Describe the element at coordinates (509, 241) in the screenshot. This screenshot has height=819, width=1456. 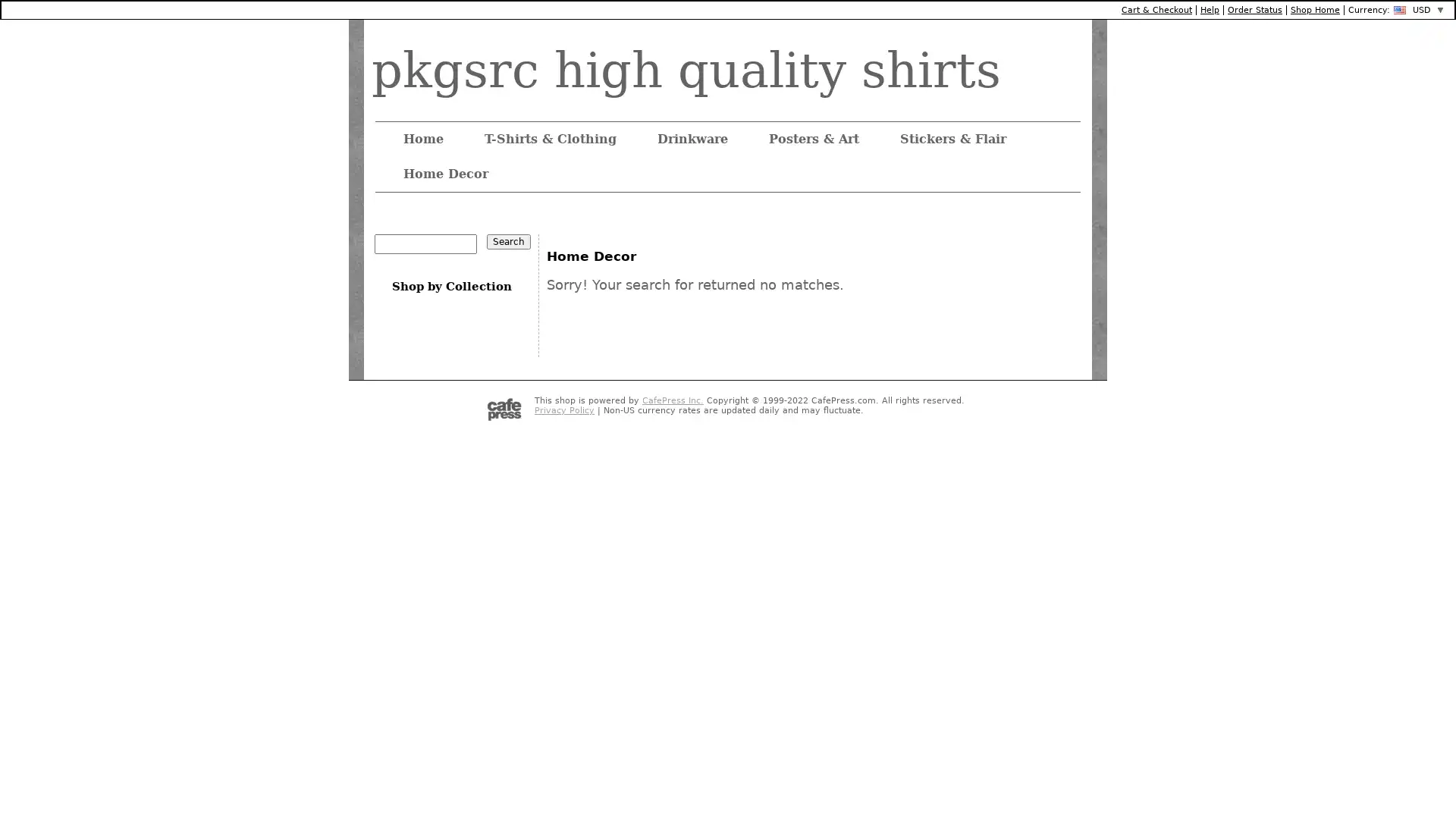
I see `Search` at that location.